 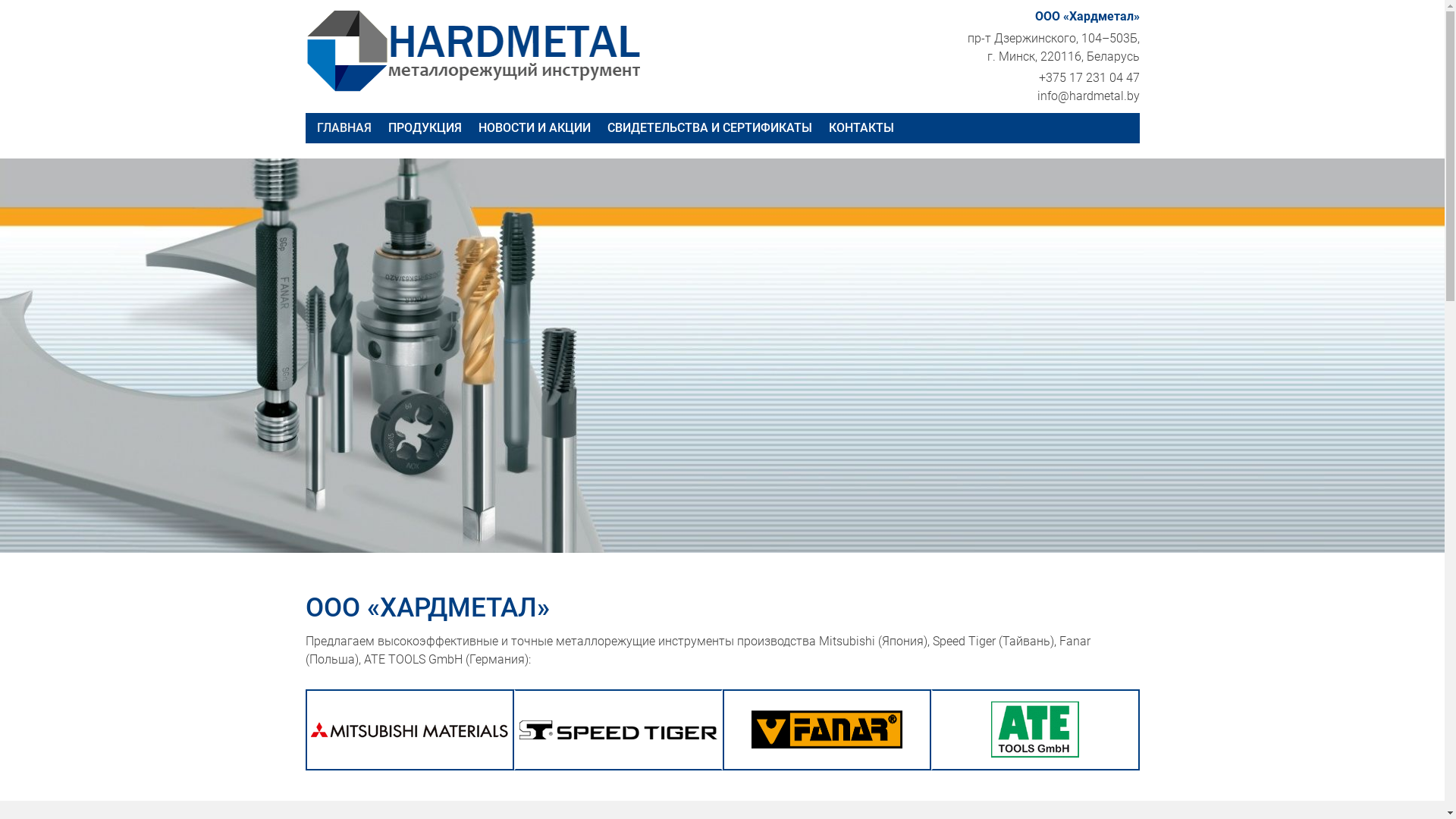 I want to click on '34747', so click(x=519, y=729).